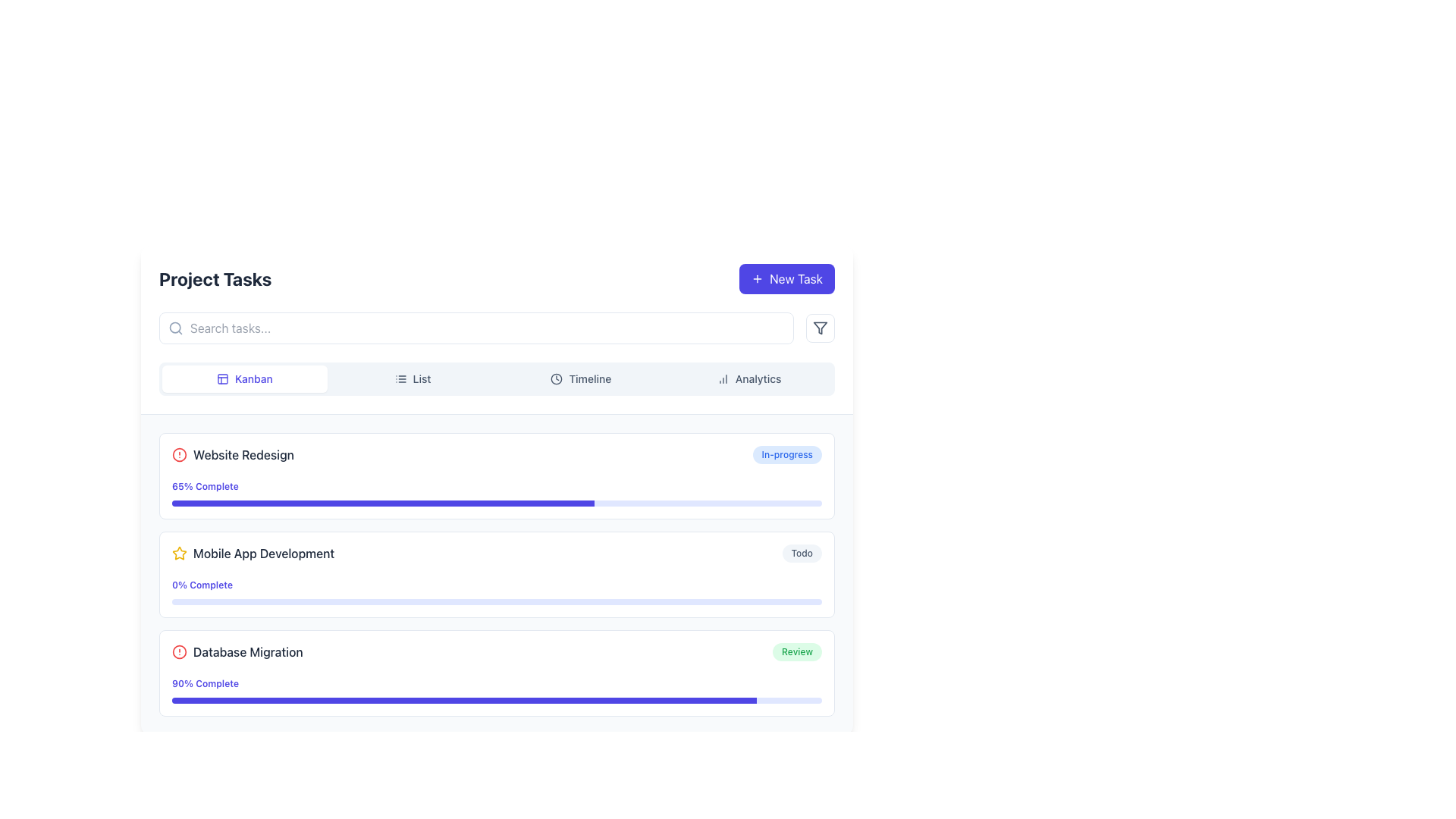  Describe the element at coordinates (243, 454) in the screenshot. I see `the text label 'Website Redesign' which indicates a task name within the project management interface, located above a progress bar and associated with a red alert icon` at that location.